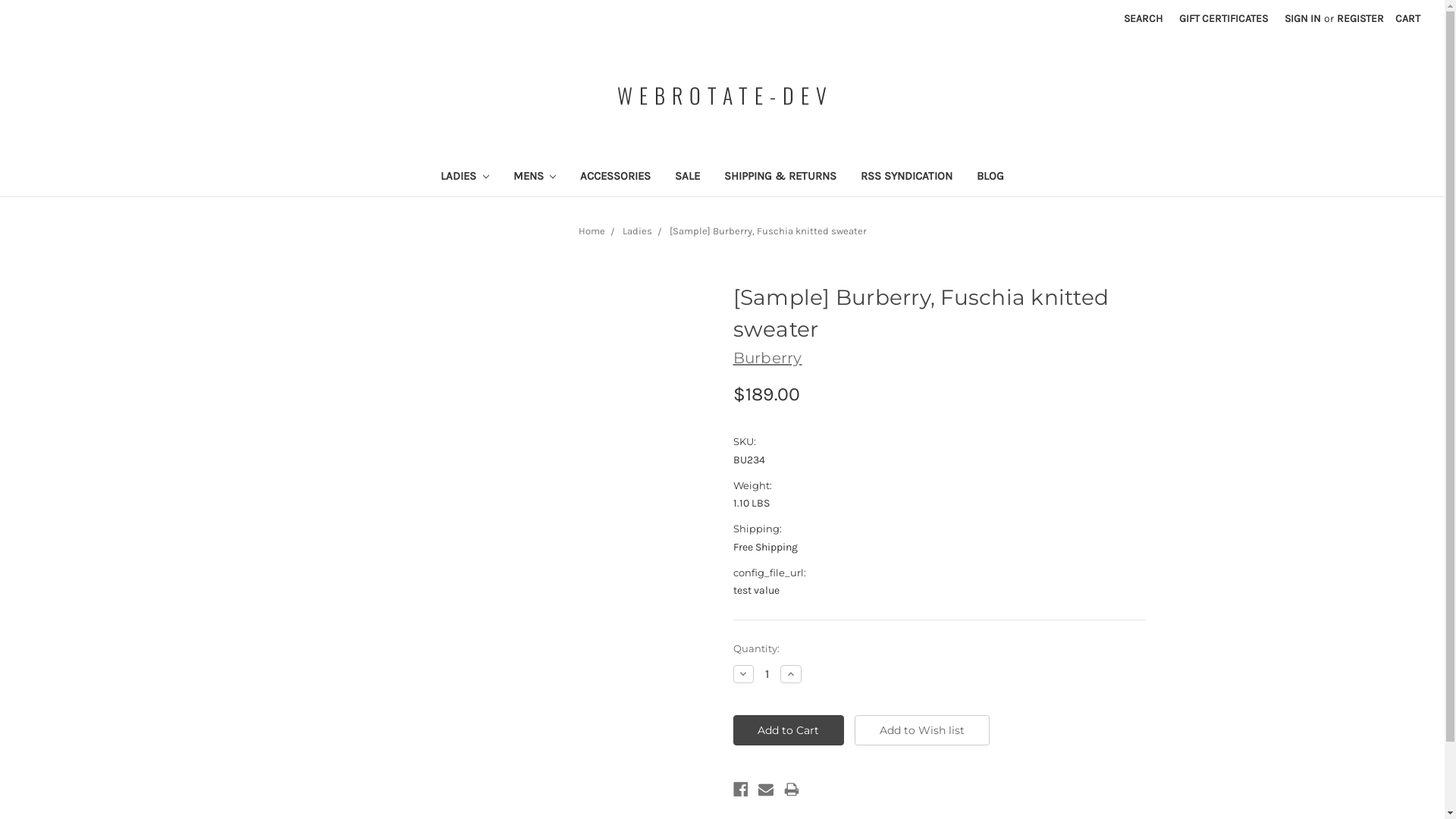 The width and height of the screenshot is (1456, 819). What do you see at coordinates (428, 177) in the screenshot?
I see `'LADIES'` at bounding box center [428, 177].